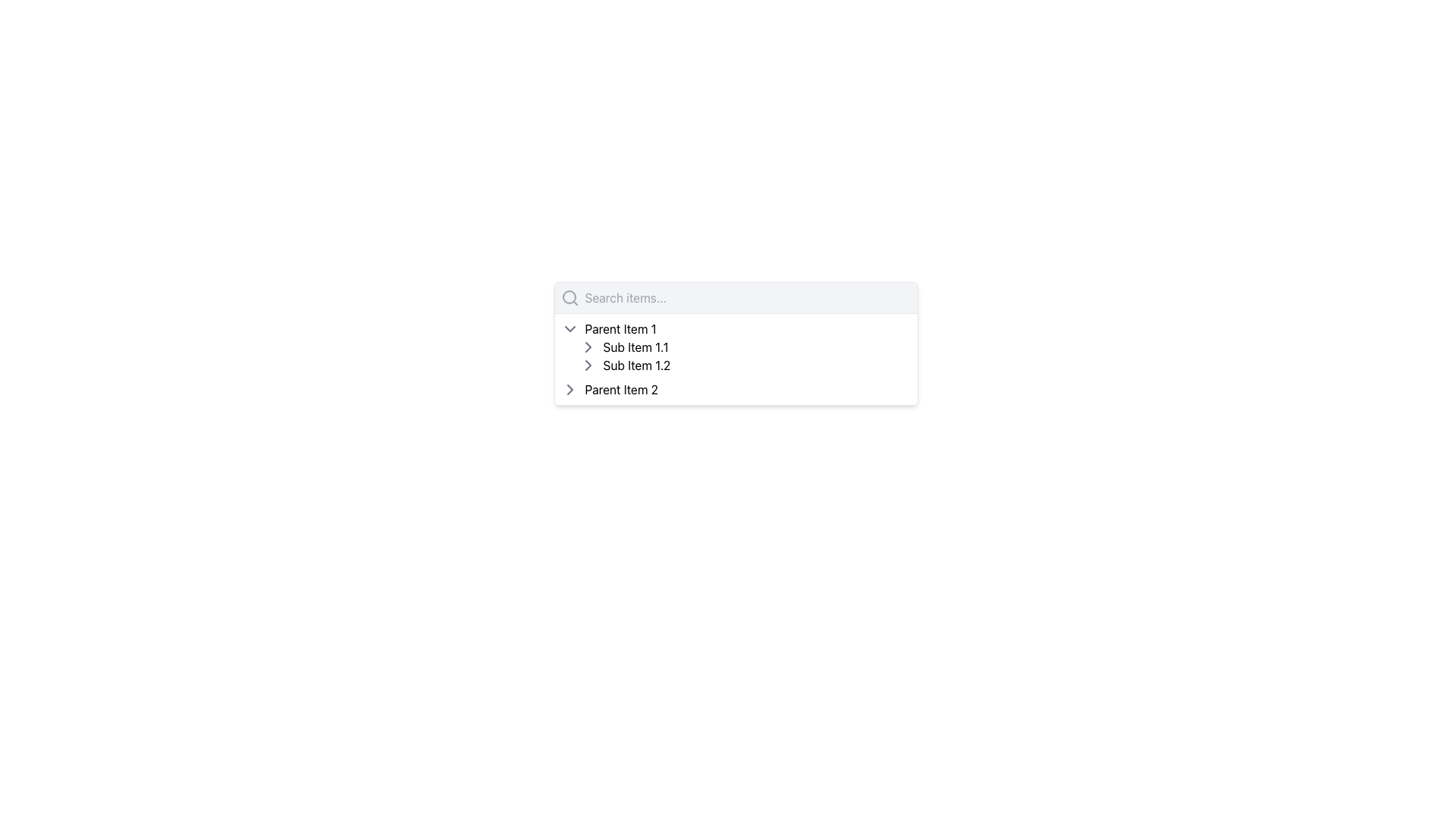 The height and width of the screenshot is (819, 1456). Describe the element at coordinates (569, 298) in the screenshot. I see `the Interactive Icon located on the left side of the search input field labeled 'Search items...' in the upper part of a dropdown menu` at that location.